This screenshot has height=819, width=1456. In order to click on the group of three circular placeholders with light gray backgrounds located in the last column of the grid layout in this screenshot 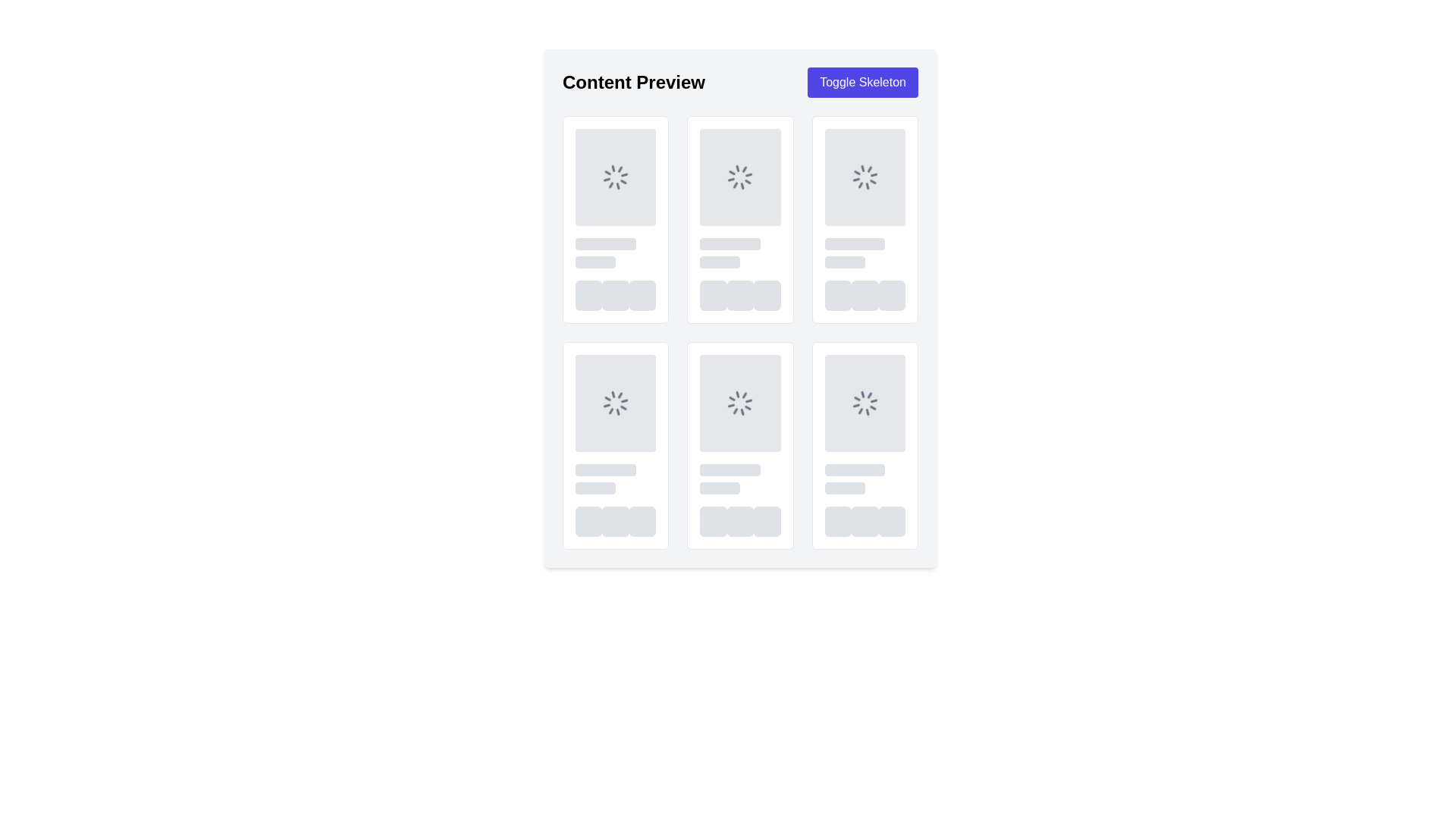, I will do `click(864, 295)`.